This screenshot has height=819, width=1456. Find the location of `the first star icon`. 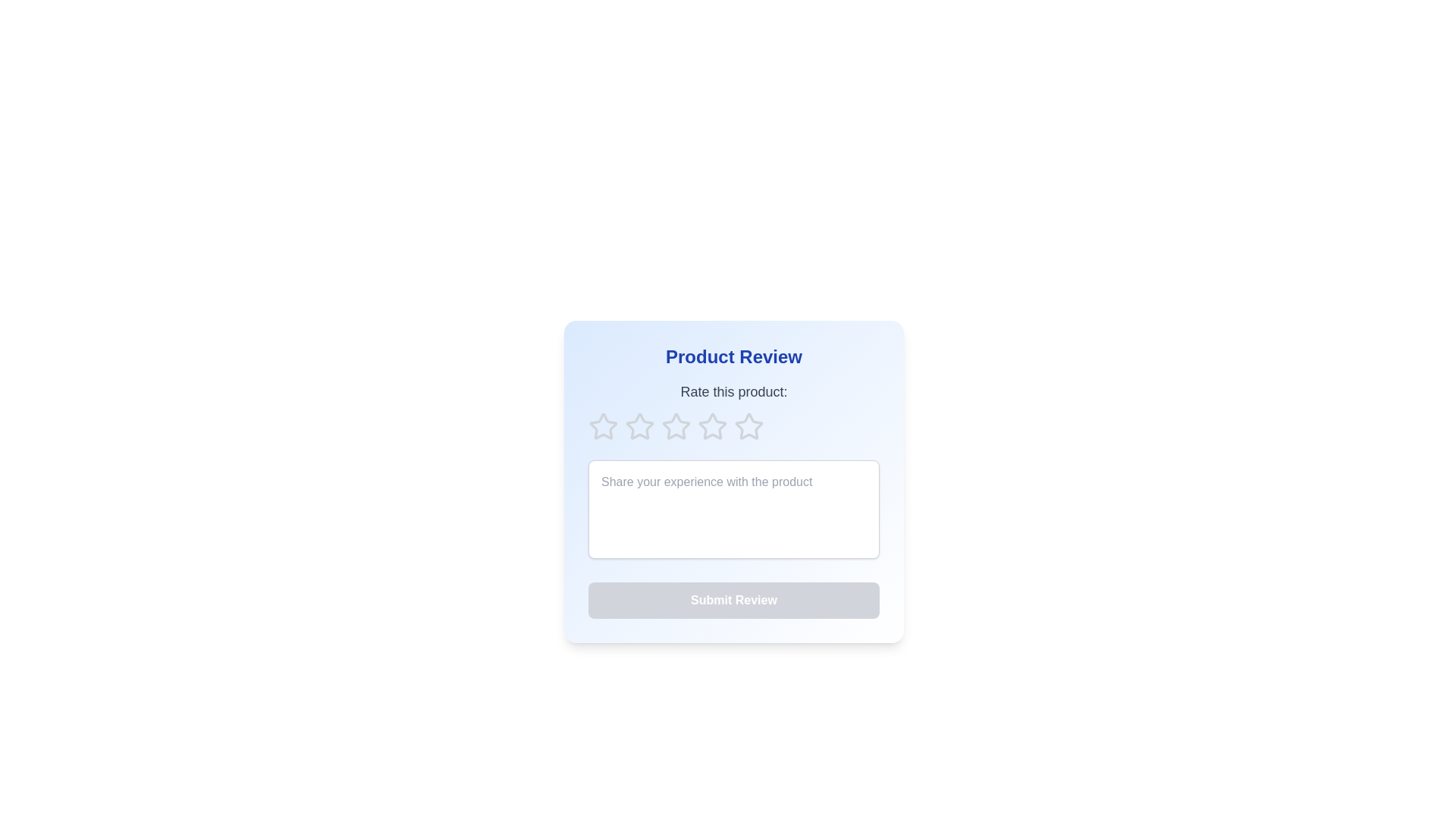

the first star icon is located at coordinates (640, 426).